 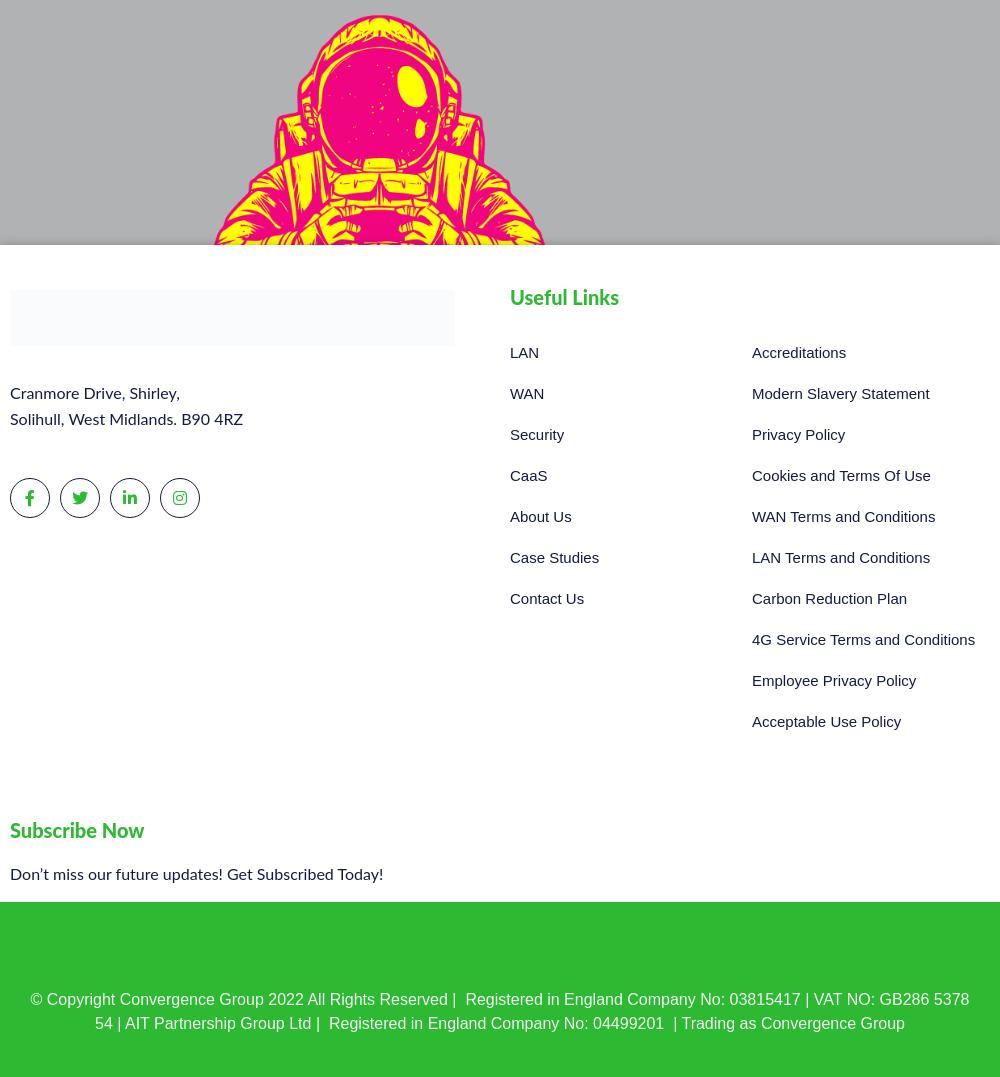 What do you see at coordinates (524, 351) in the screenshot?
I see `'LAN'` at bounding box center [524, 351].